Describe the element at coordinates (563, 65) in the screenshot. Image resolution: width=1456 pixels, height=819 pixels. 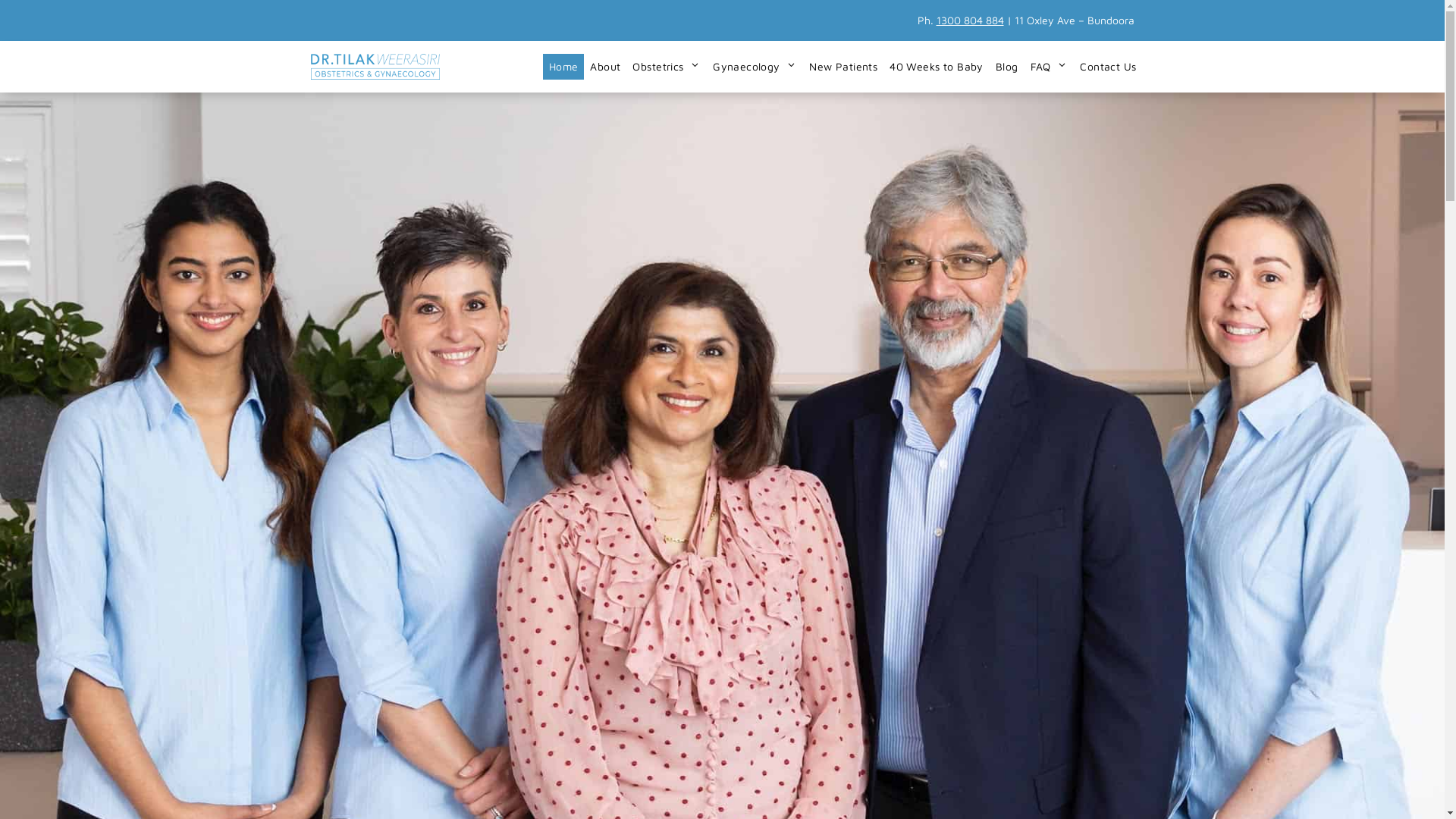
I see `'Home'` at that location.